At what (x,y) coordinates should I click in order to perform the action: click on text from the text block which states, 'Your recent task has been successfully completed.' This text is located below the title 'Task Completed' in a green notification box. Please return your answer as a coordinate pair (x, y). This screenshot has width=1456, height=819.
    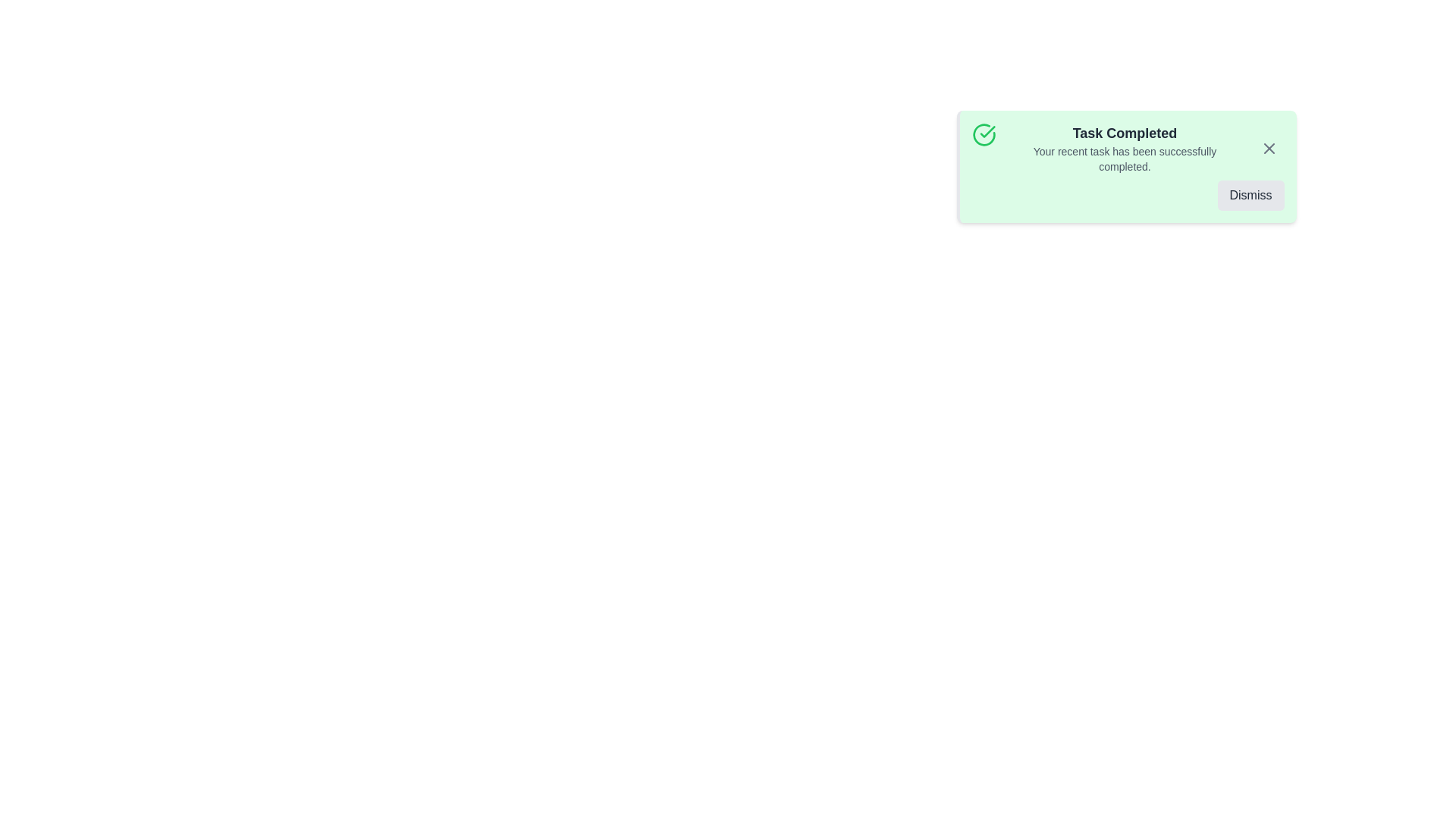
    Looking at the image, I should click on (1125, 158).